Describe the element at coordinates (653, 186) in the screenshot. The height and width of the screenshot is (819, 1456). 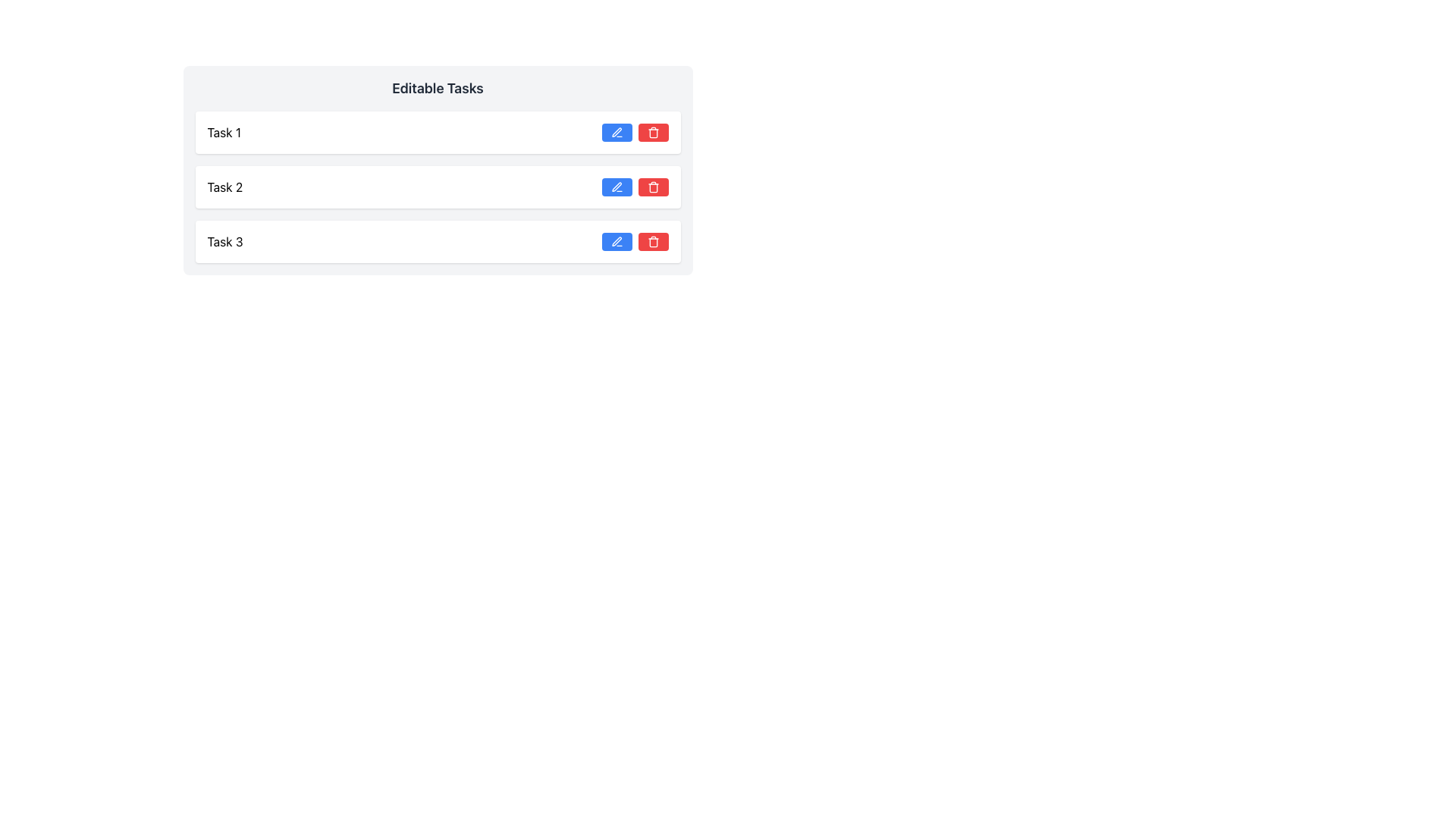
I see `the delete button with a red background and a trash bin icon, located as the second button in a horizontal group aligned to the right side of a task row` at that location.